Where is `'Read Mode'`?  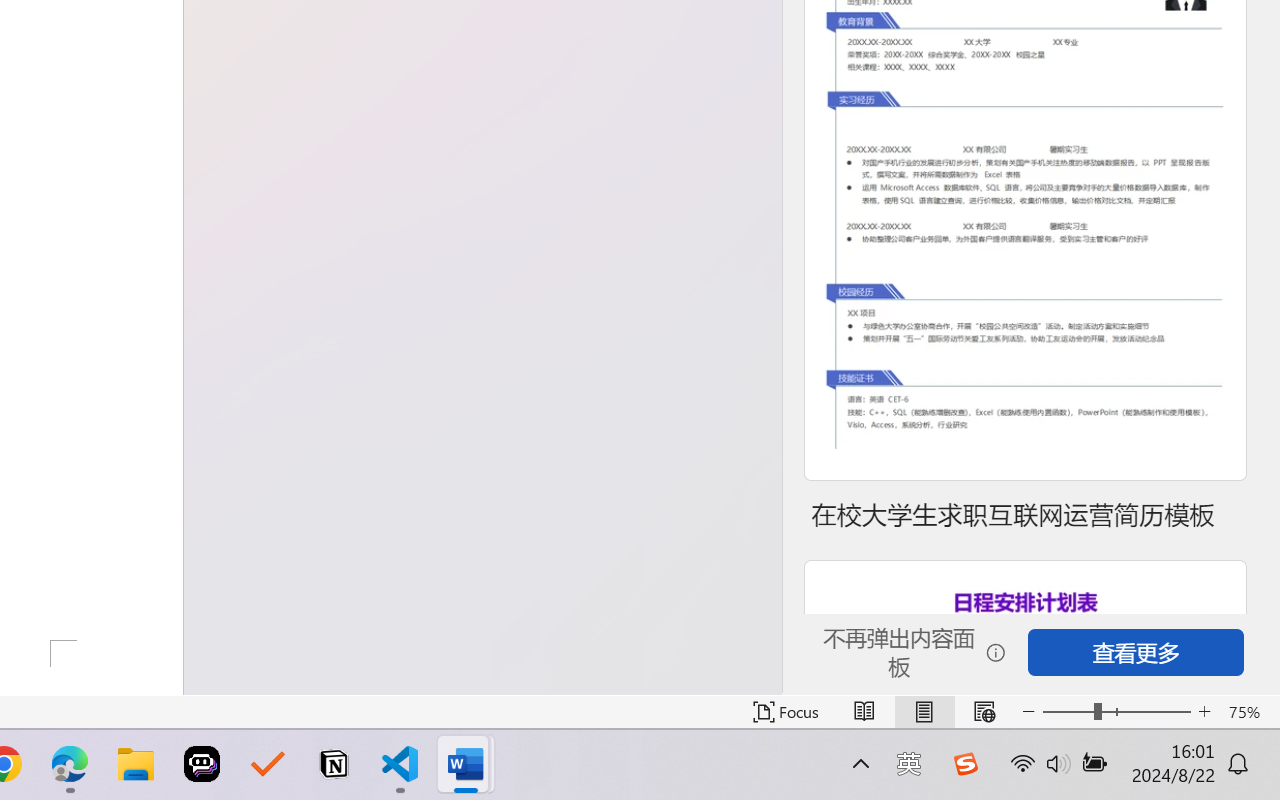
'Read Mode' is located at coordinates (864, 711).